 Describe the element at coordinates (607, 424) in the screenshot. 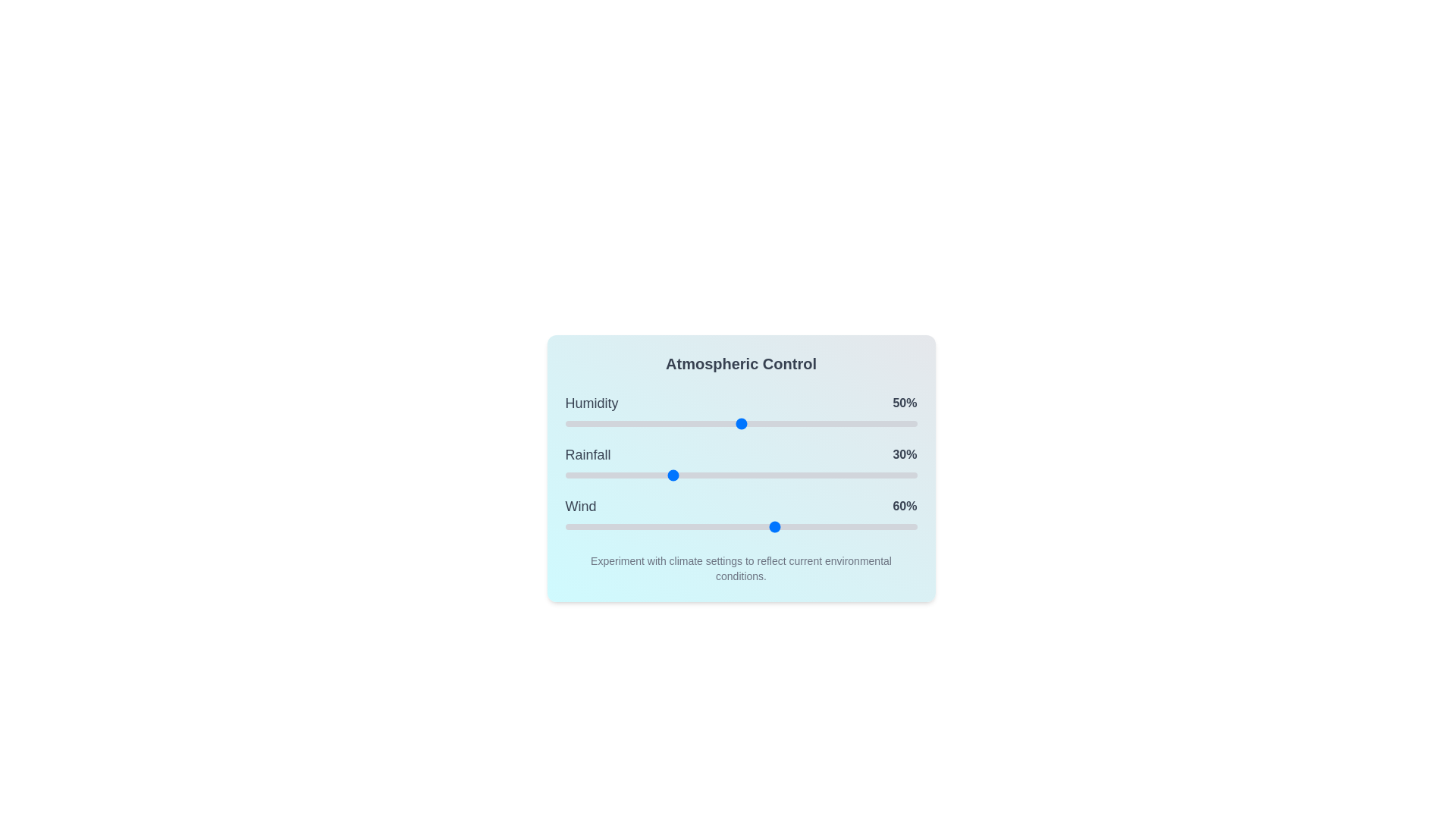

I see `the 0 slider to 12%` at that location.